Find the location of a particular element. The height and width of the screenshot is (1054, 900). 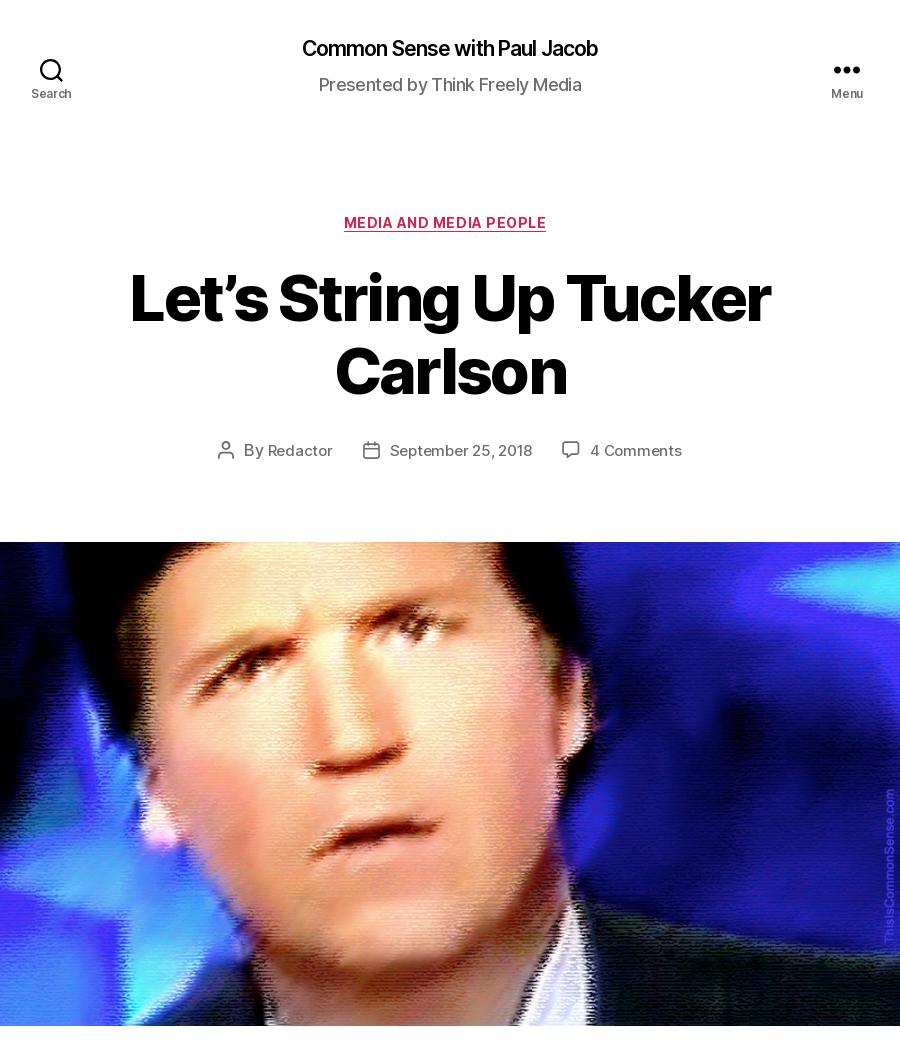

'Memes (refresh for more)' is located at coordinates (644, 726).